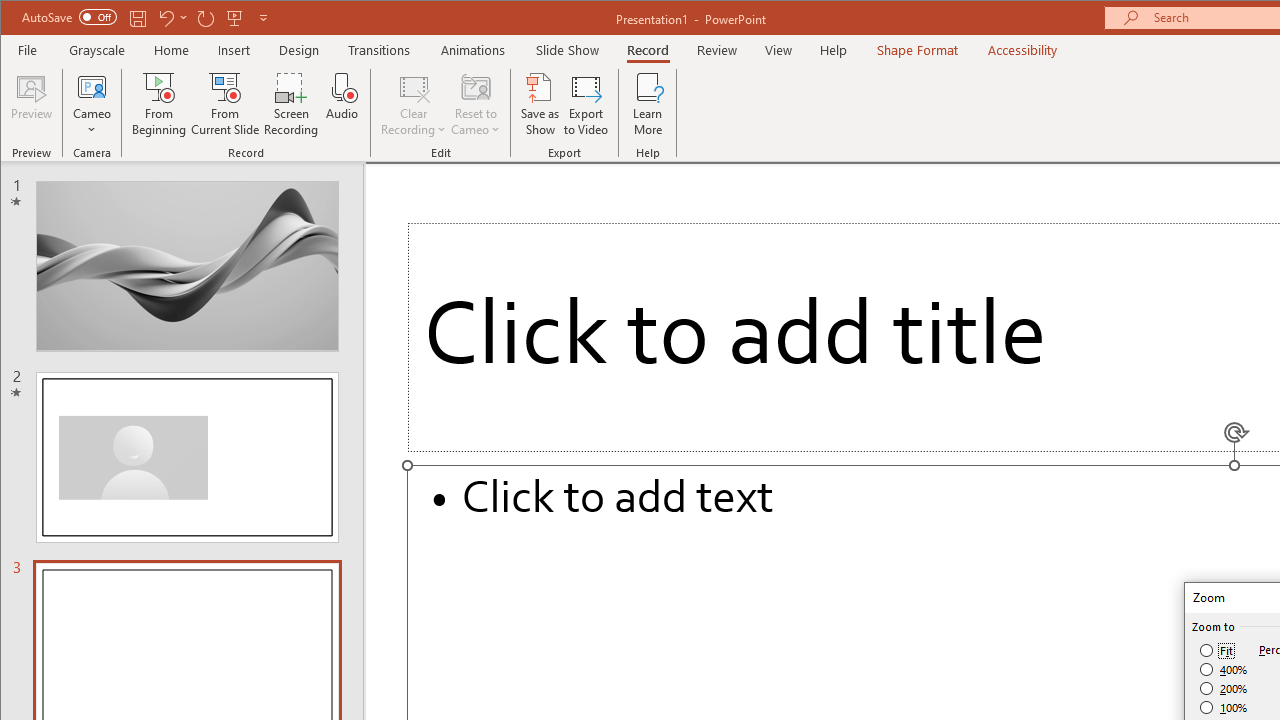 This screenshot has height=720, width=1280. I want to click on '100%', so click(1223, 706).